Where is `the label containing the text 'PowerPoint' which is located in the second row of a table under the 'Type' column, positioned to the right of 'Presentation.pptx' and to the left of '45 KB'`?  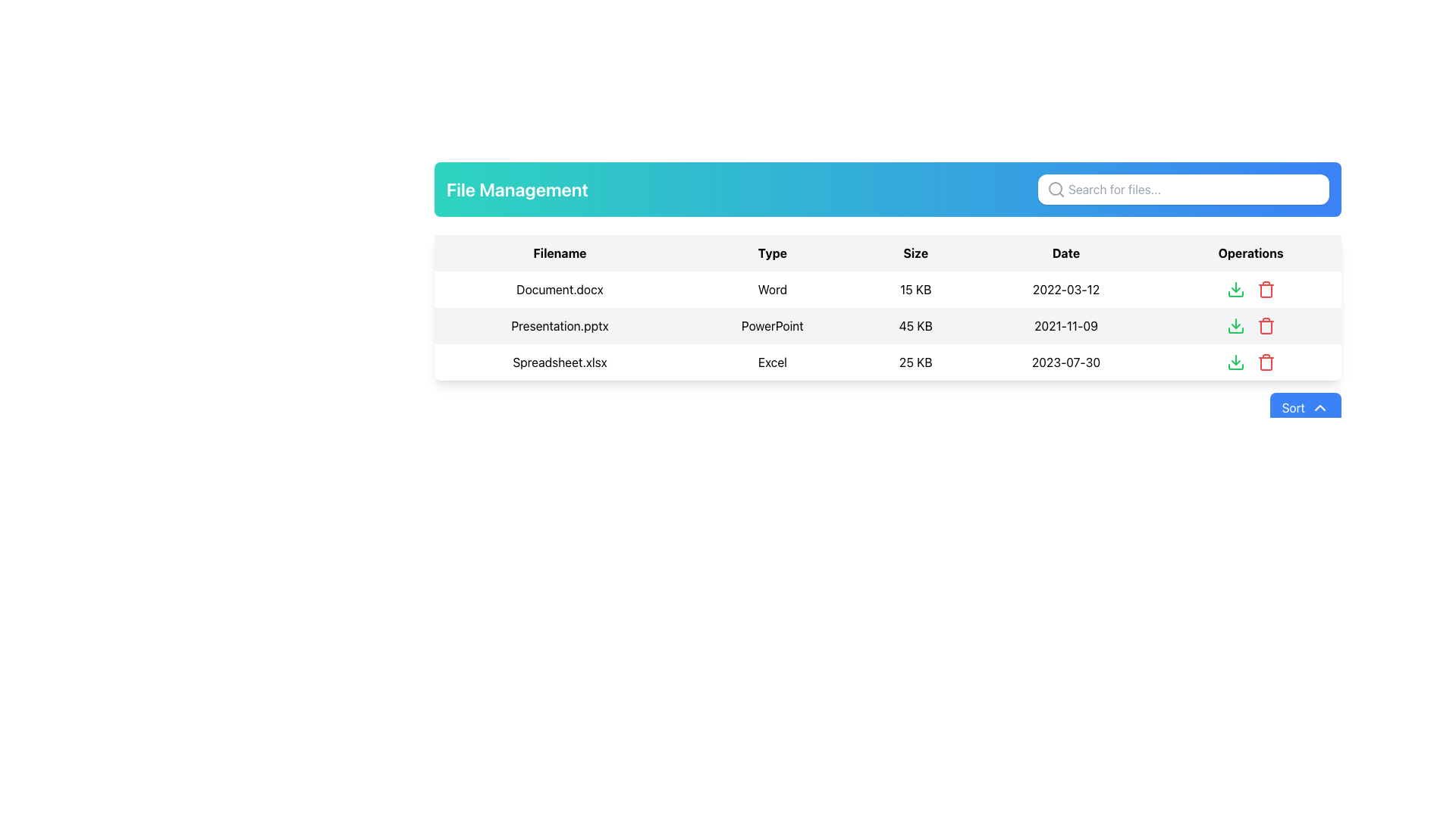 the label containing the text 'PowerPoint' which is located in the second row of a table under the 'Type' column, positioned to the right of 'Presentation.pptx' and to the left of '45 KB' is located at coordinates (772, 325).